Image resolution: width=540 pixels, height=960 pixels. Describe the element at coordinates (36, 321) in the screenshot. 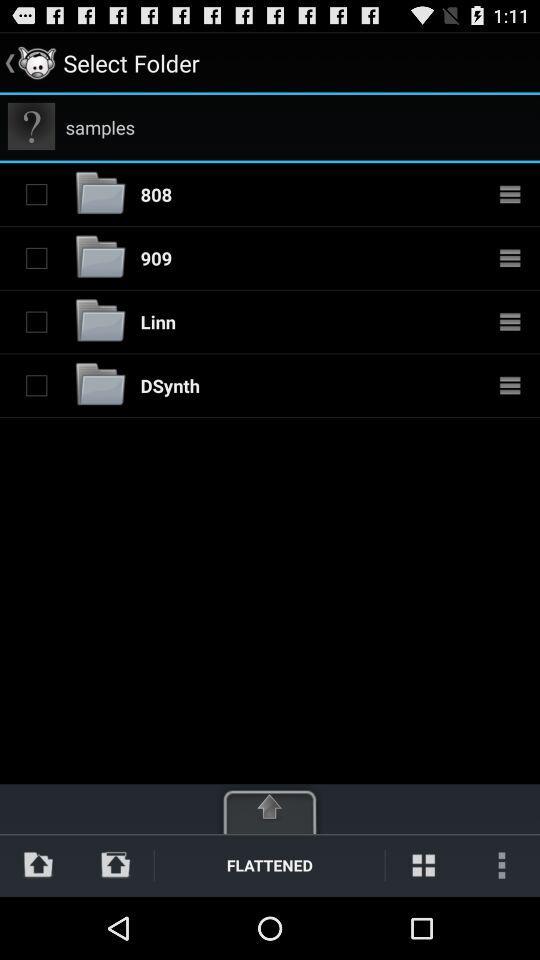

I see `check to select folder` at that location.